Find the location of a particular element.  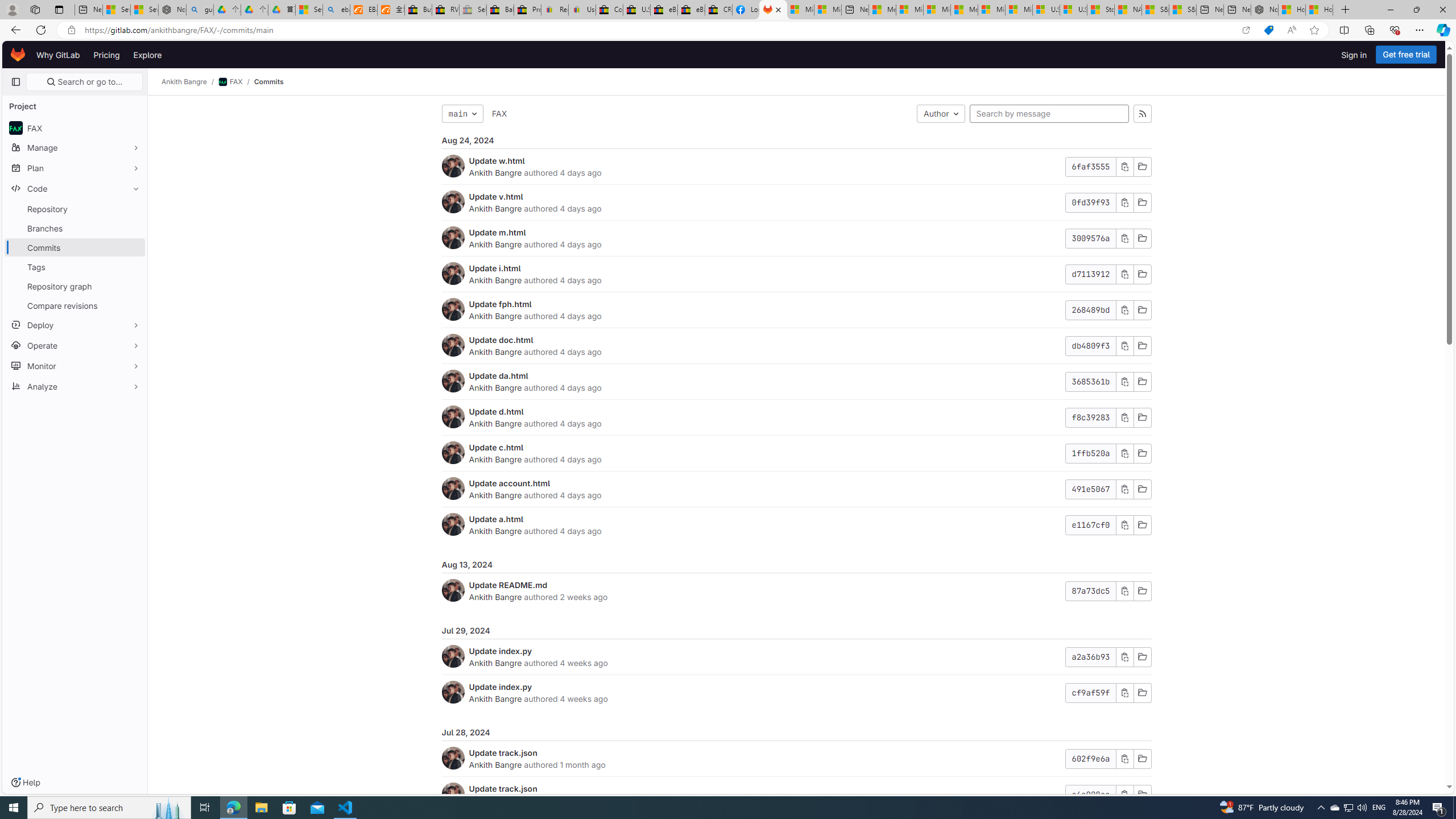

'Update doc.html' is located at coordinates (500, 340).